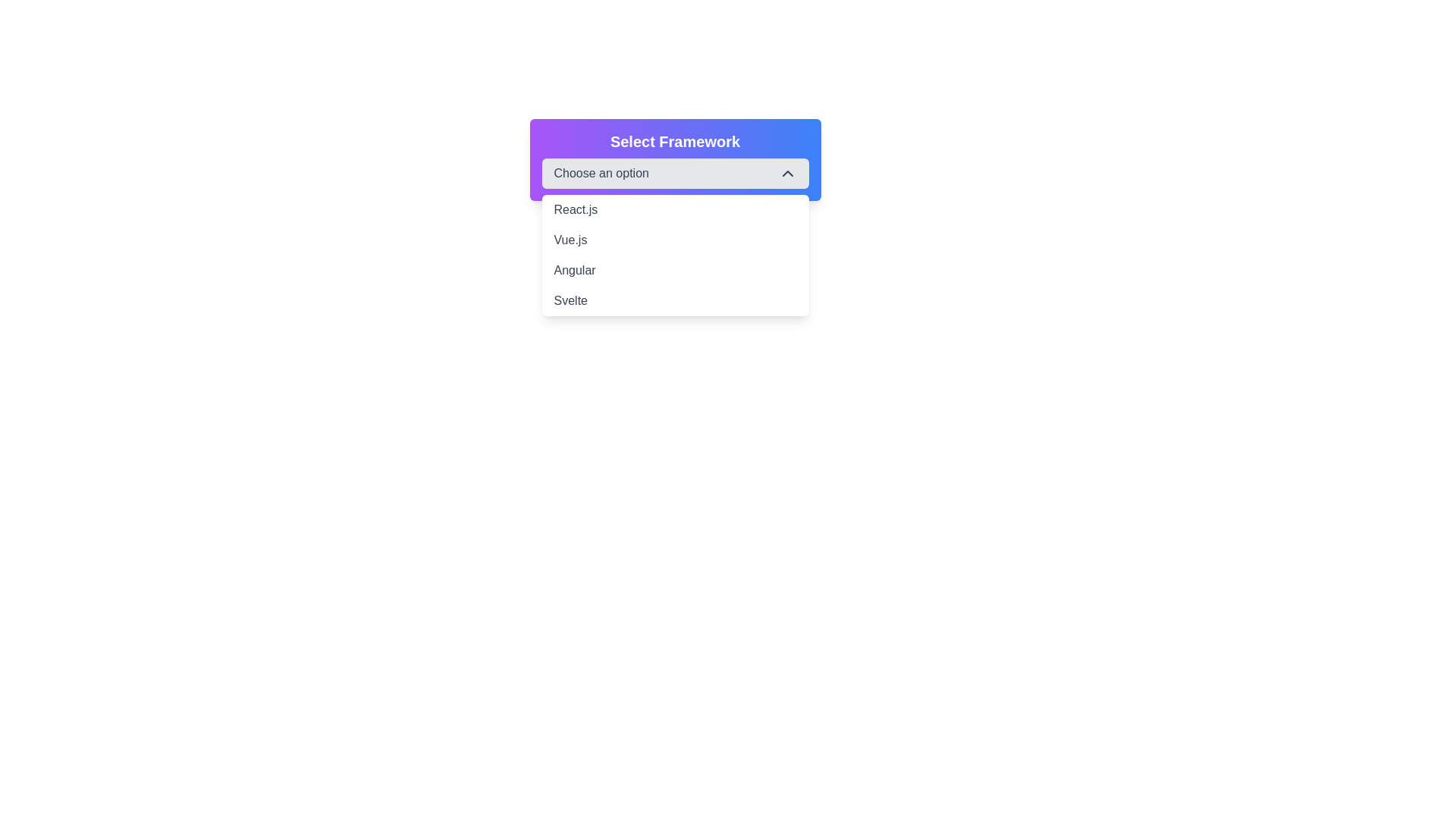  What do you see at coordinates (674, 239) in the screenshot?
I see `the second item in the dropdown menu that allows the selection of the programming framework, which is labeled 'Vue.js'` at bounding box center [674, 239].